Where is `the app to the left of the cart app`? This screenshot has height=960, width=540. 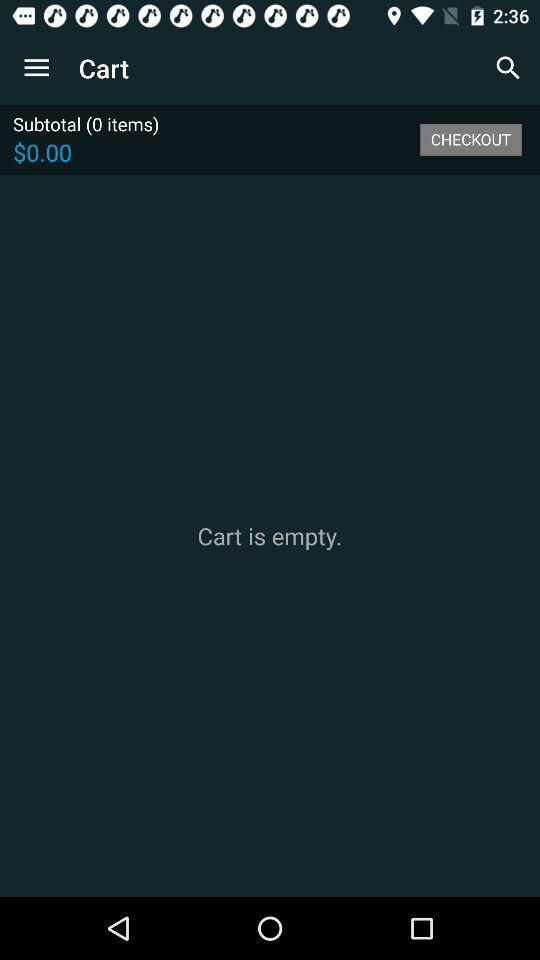 the app to the left of the cart app is located at coordinates (36, 68).